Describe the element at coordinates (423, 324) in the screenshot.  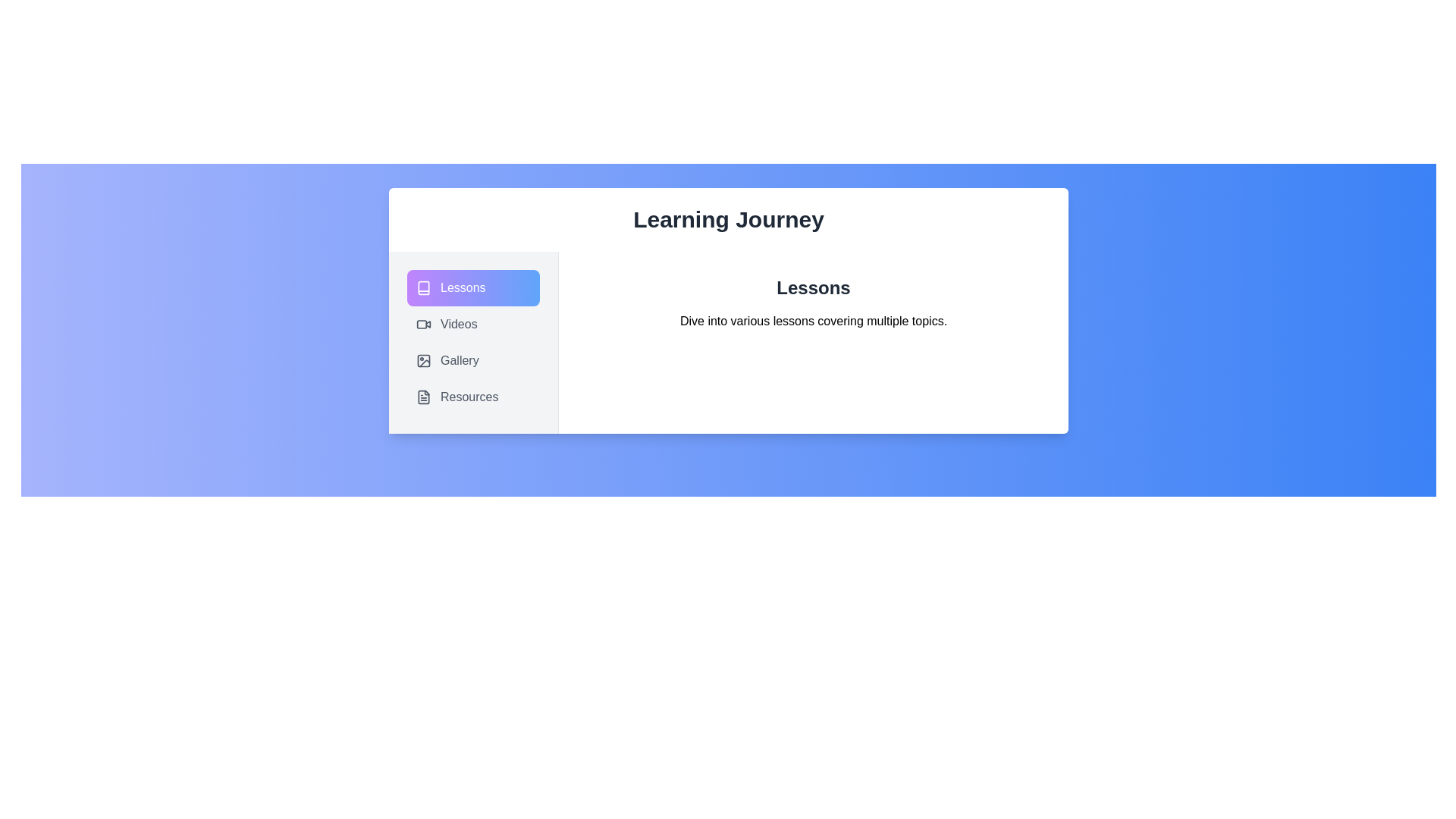
I see `the icon of the Videos tab to activate it` at that location.